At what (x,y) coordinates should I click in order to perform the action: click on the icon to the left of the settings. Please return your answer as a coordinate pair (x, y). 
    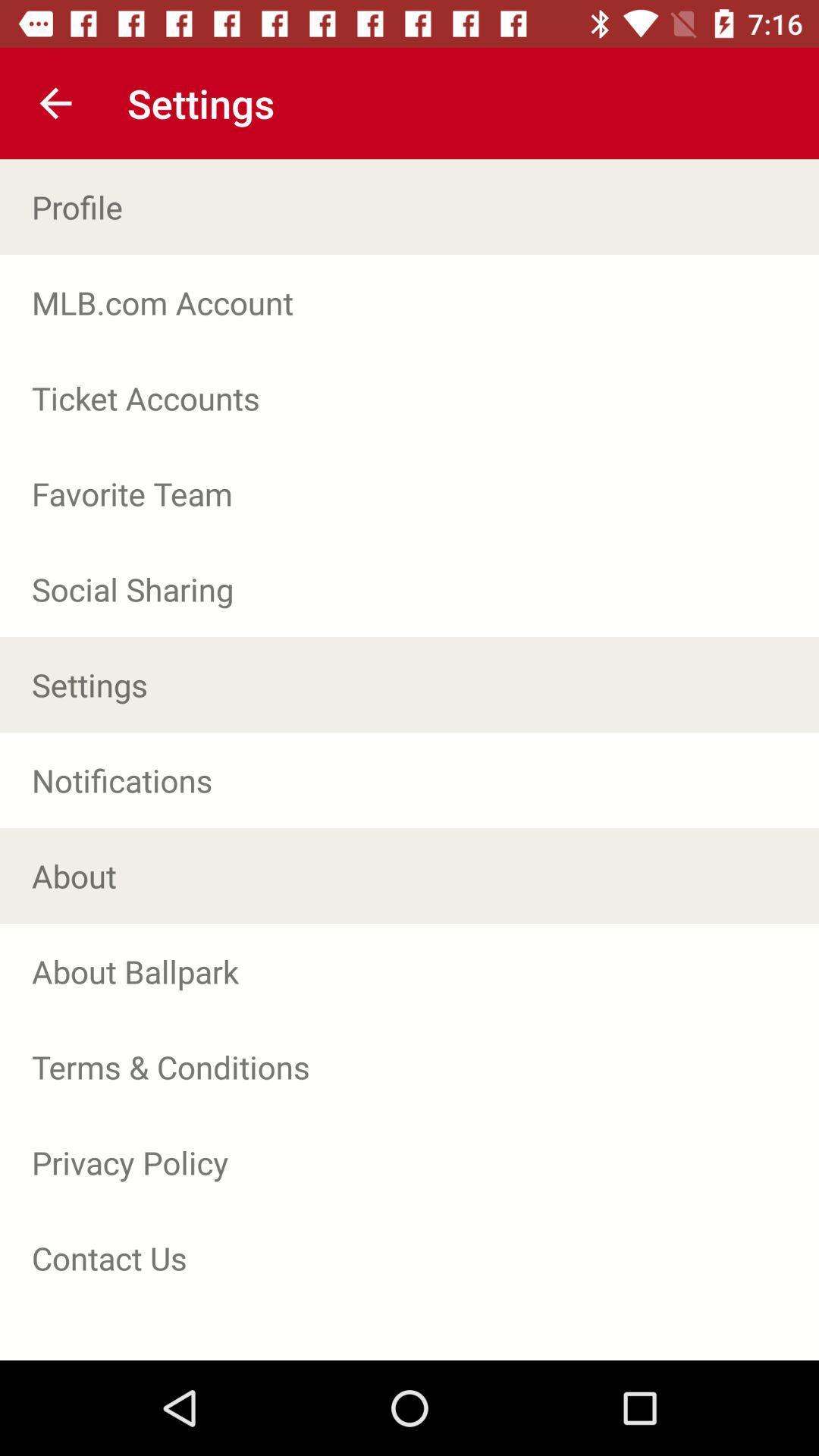
    Looking at the image, I should click on (55, 102).